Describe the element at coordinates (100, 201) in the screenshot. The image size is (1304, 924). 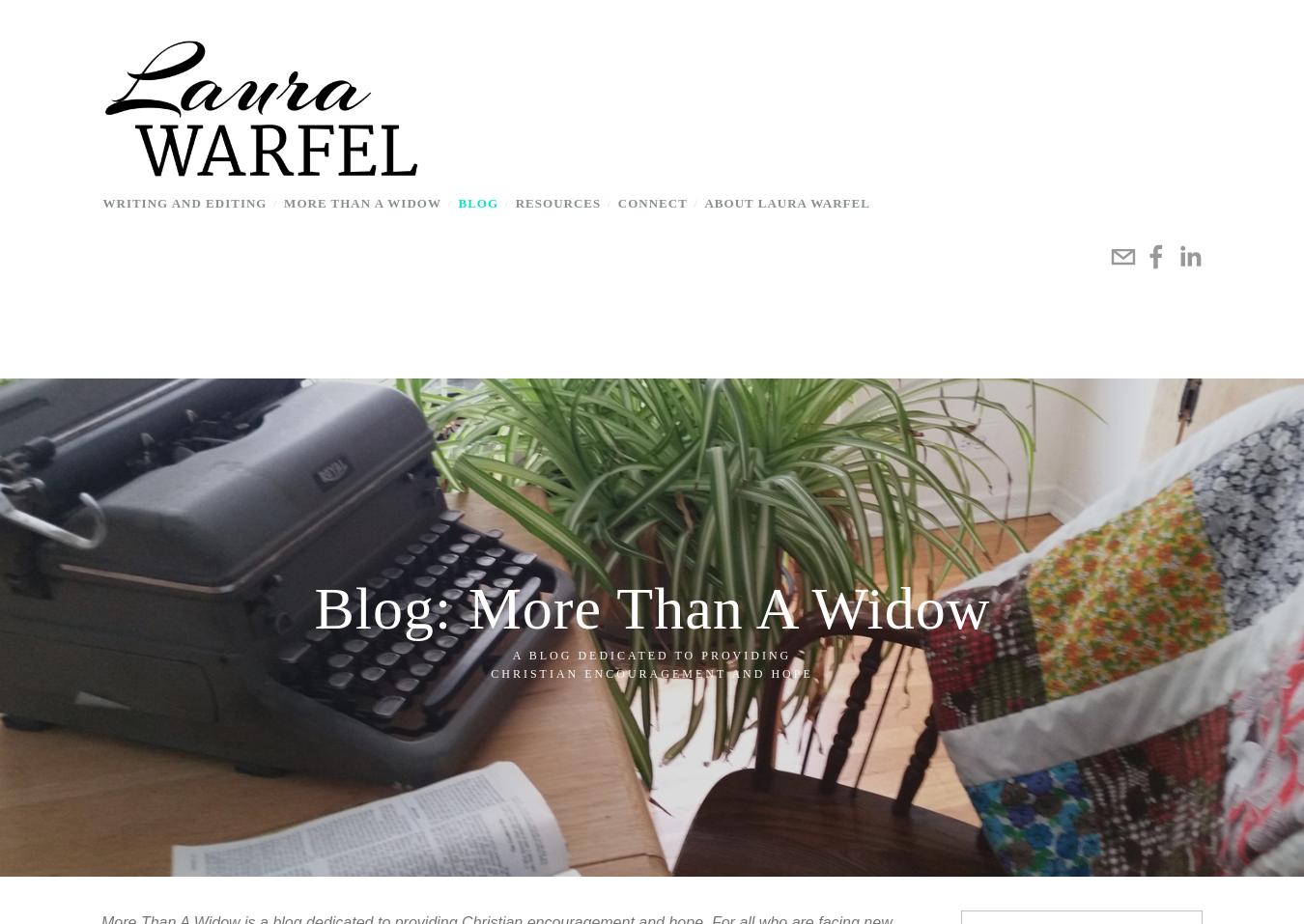
I see `'Writing and Editing'` at that location.